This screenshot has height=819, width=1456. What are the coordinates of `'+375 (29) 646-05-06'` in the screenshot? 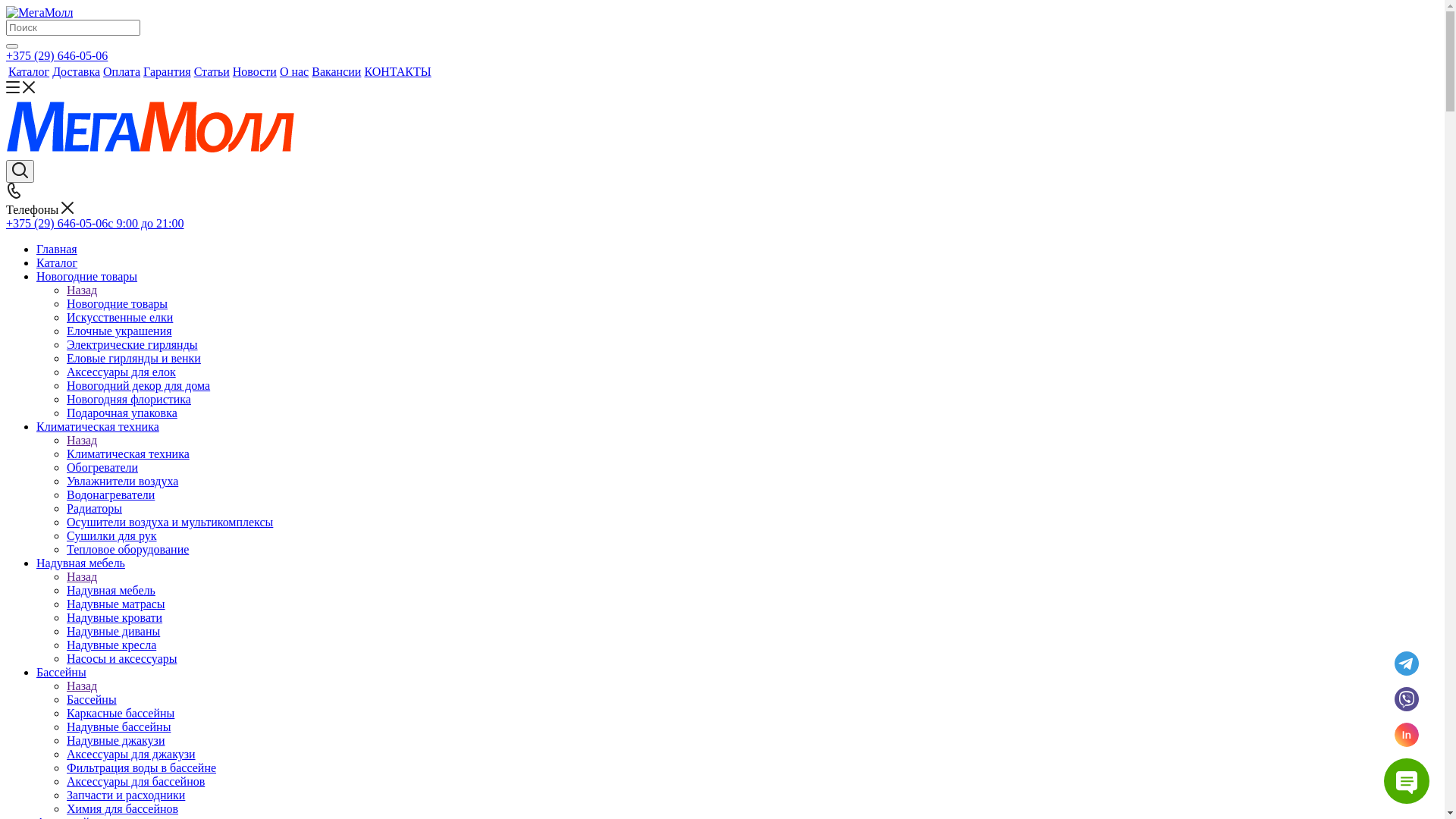 It's located at (6, 55).